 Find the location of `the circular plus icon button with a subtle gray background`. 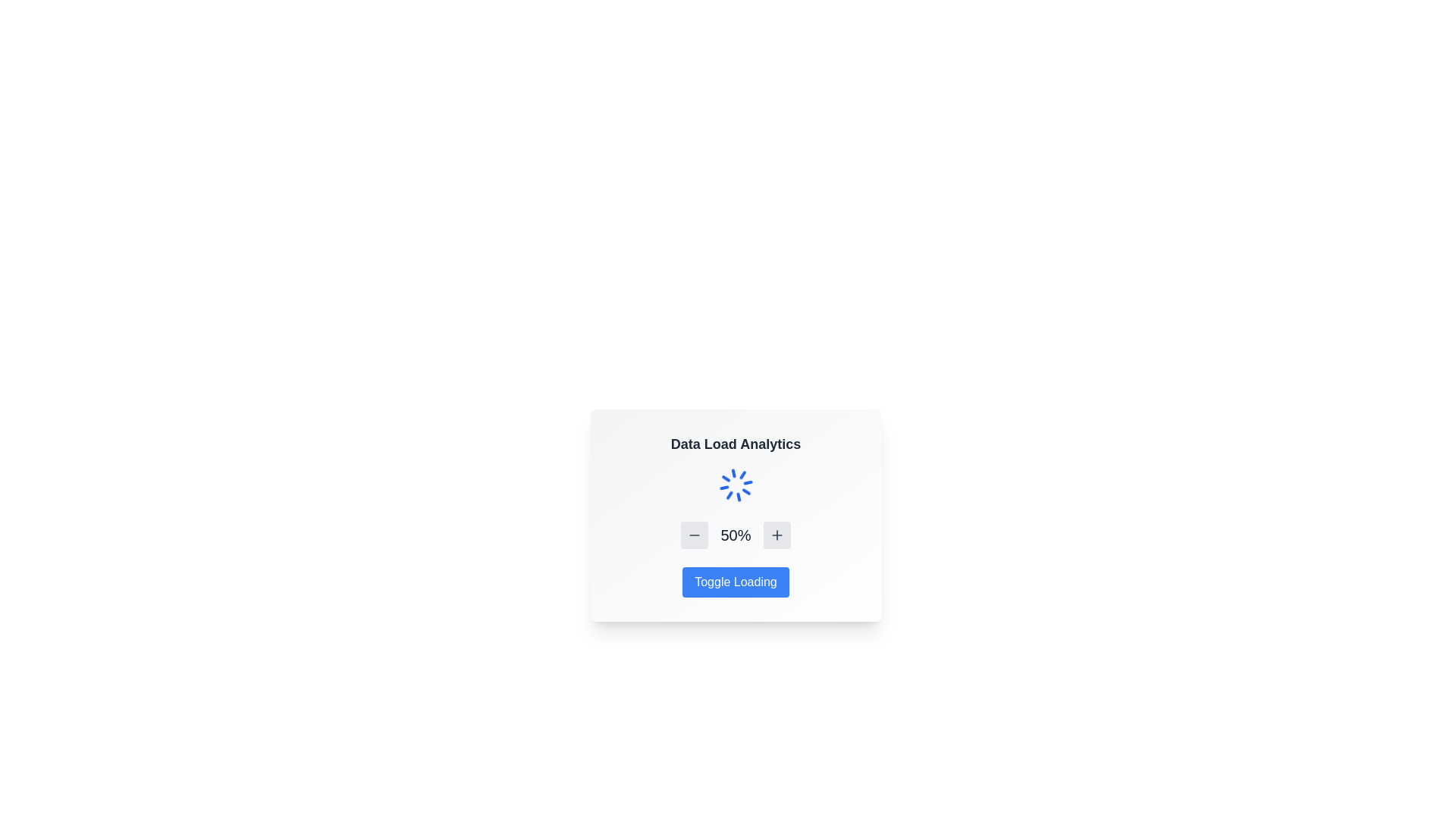

the circular plus icon button with a subtle gray background is located at coordinates (777, 534).